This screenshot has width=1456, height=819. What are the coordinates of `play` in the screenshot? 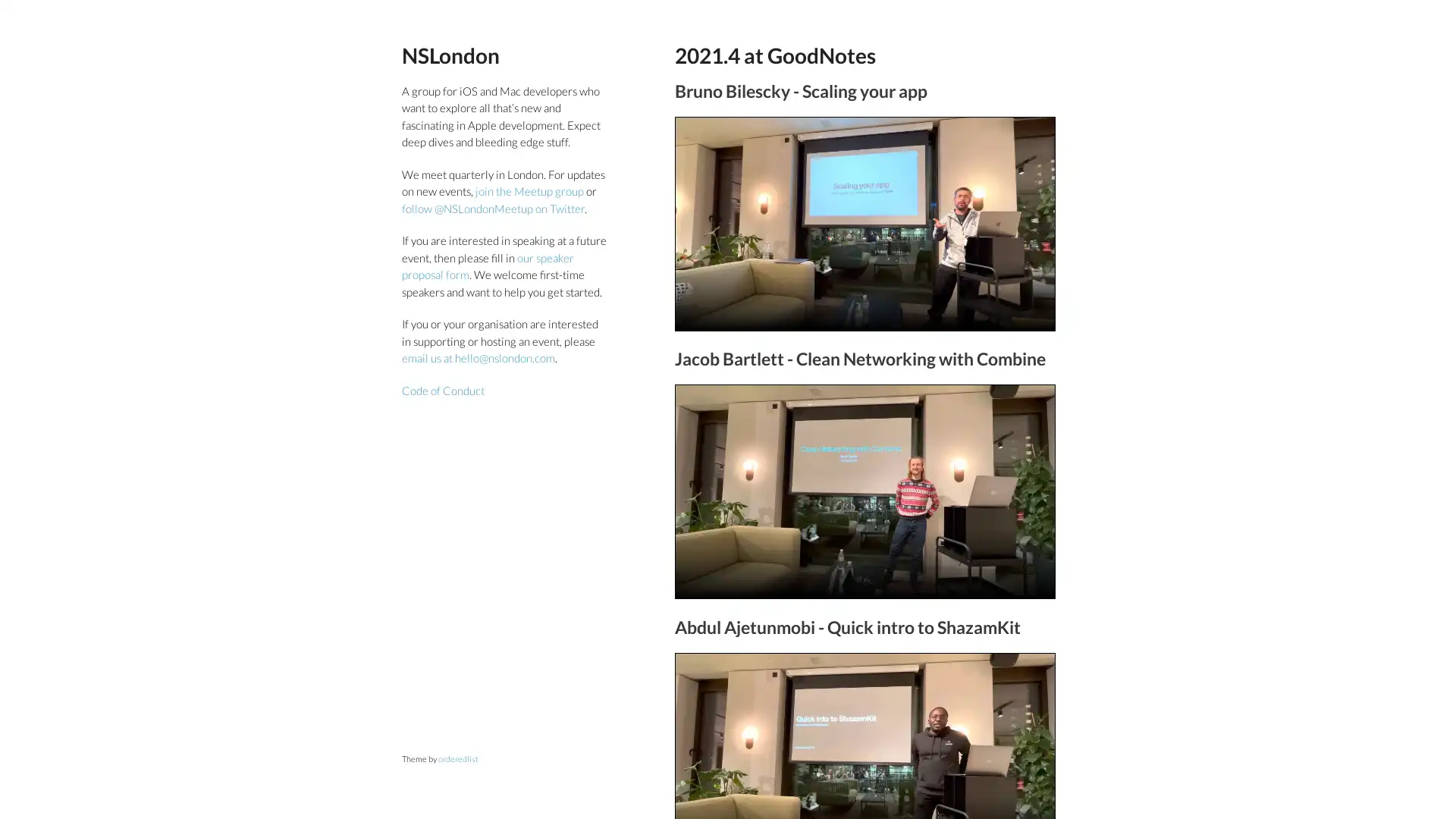 It's located at (693, 561).